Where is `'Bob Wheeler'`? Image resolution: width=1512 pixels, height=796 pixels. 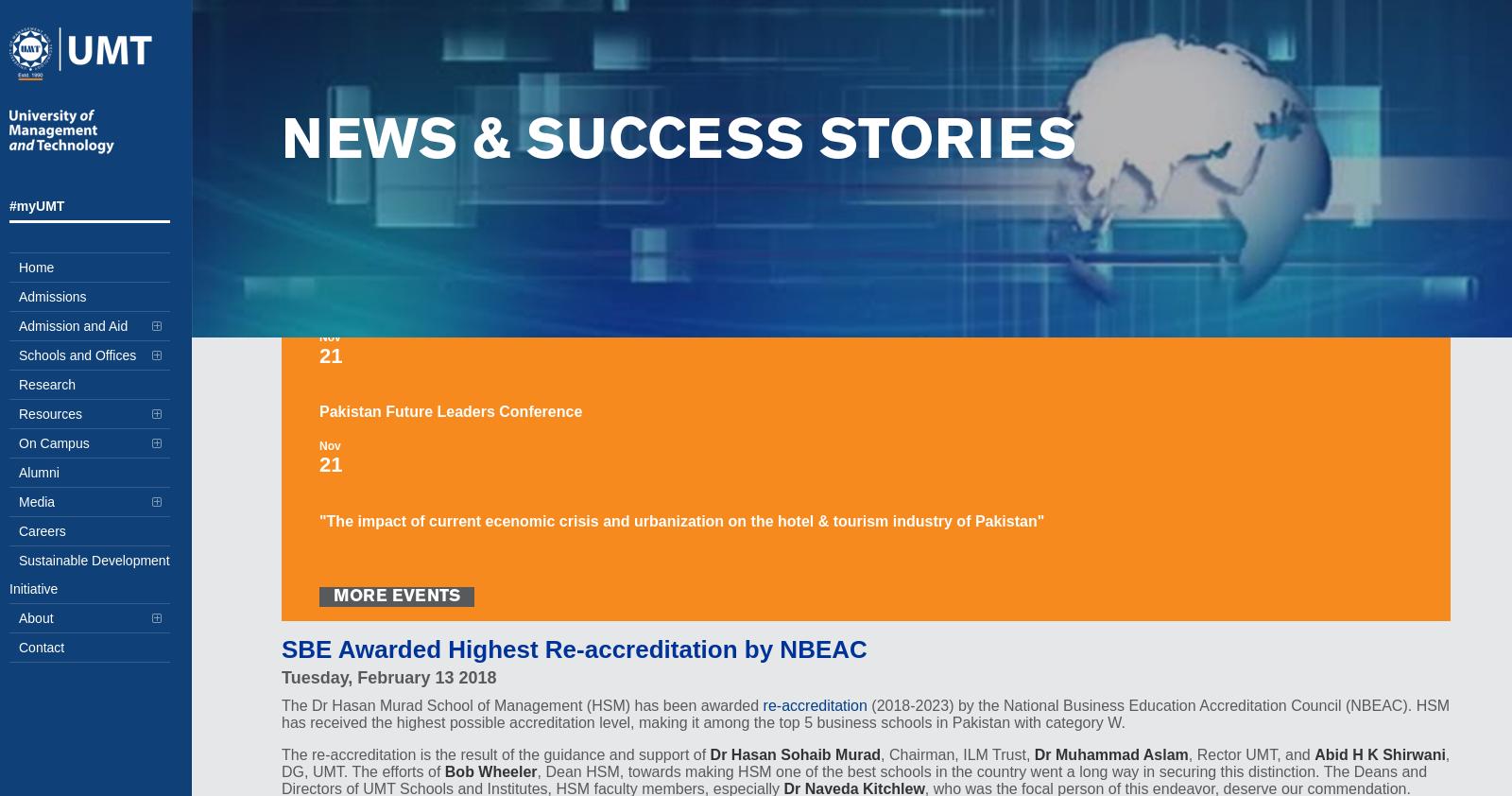 'Bob Wheeler' is located at coordinates (490, 770).